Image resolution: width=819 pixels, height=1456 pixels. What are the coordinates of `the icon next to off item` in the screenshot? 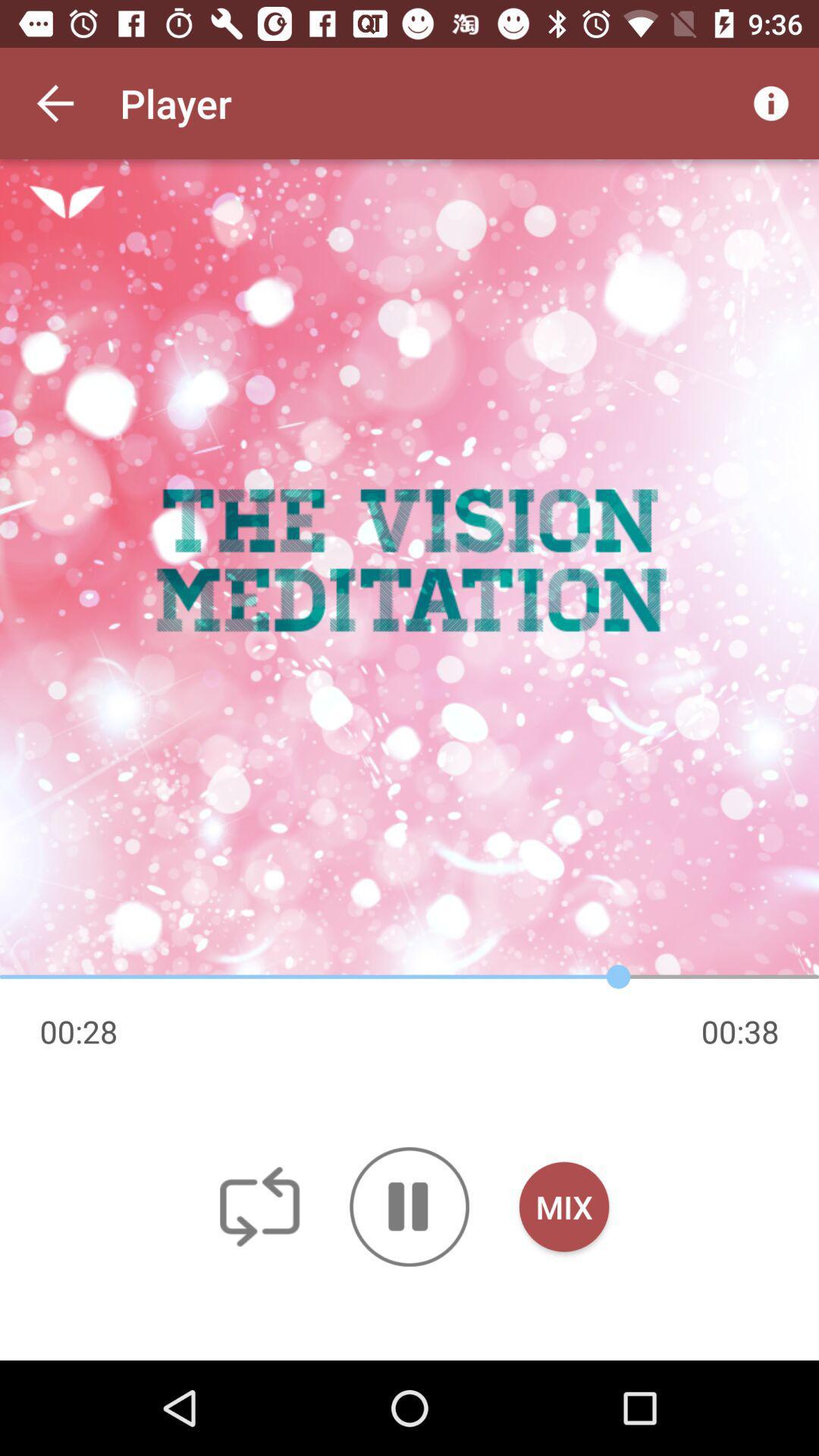 It's located at (409, 1206).